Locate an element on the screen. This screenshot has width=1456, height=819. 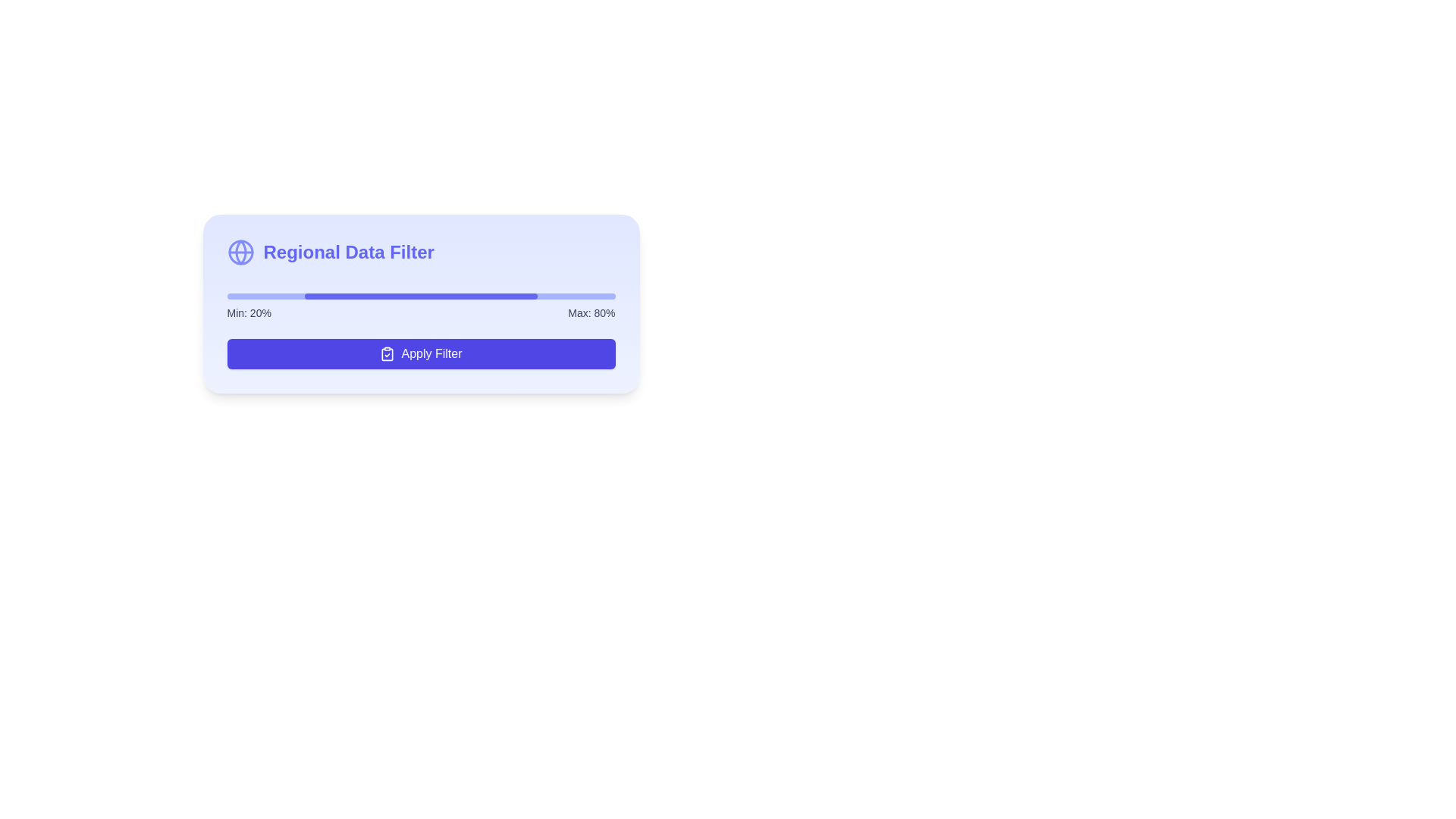
the filter value is located at coordinates (491, 296).